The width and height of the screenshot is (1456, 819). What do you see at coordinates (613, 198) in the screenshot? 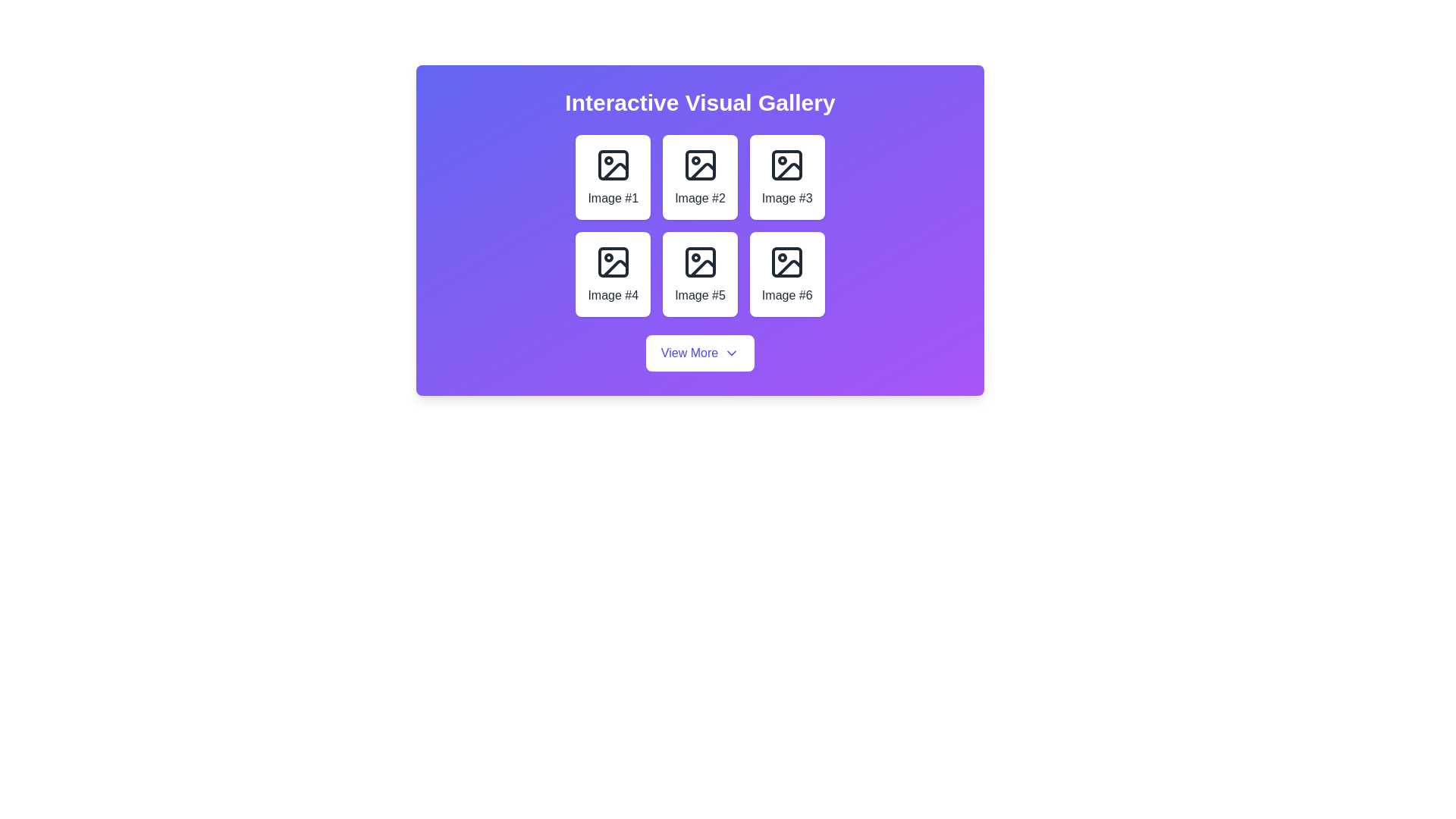
I see `the text label that describes the associated image icon in the top-left grid cell of the gallery section` at bounding box center [613, 198].